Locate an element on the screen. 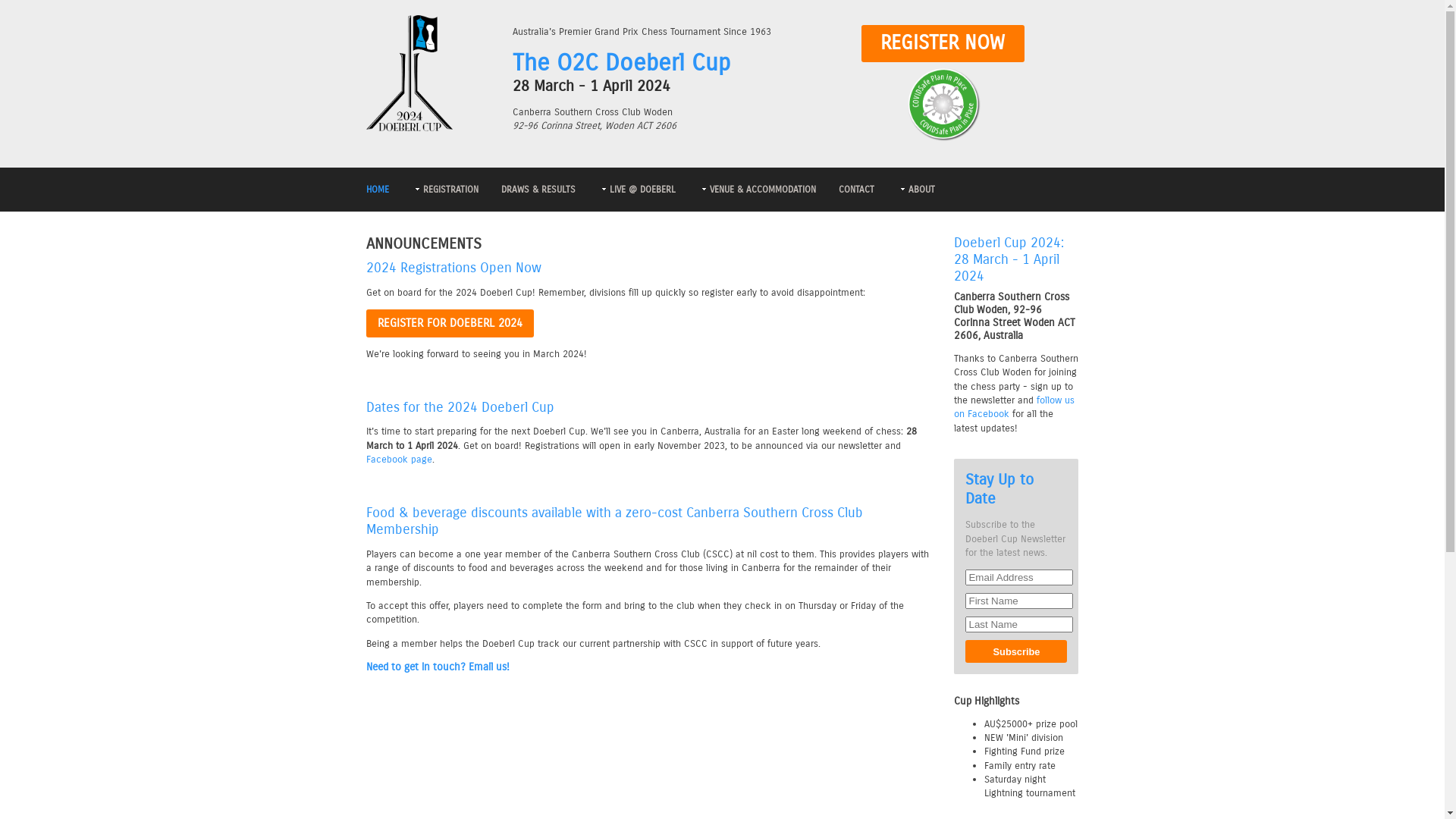 This screenshot has width=1456, height=819. 'REGISTER NOW' is located at coordinates (942, 42).